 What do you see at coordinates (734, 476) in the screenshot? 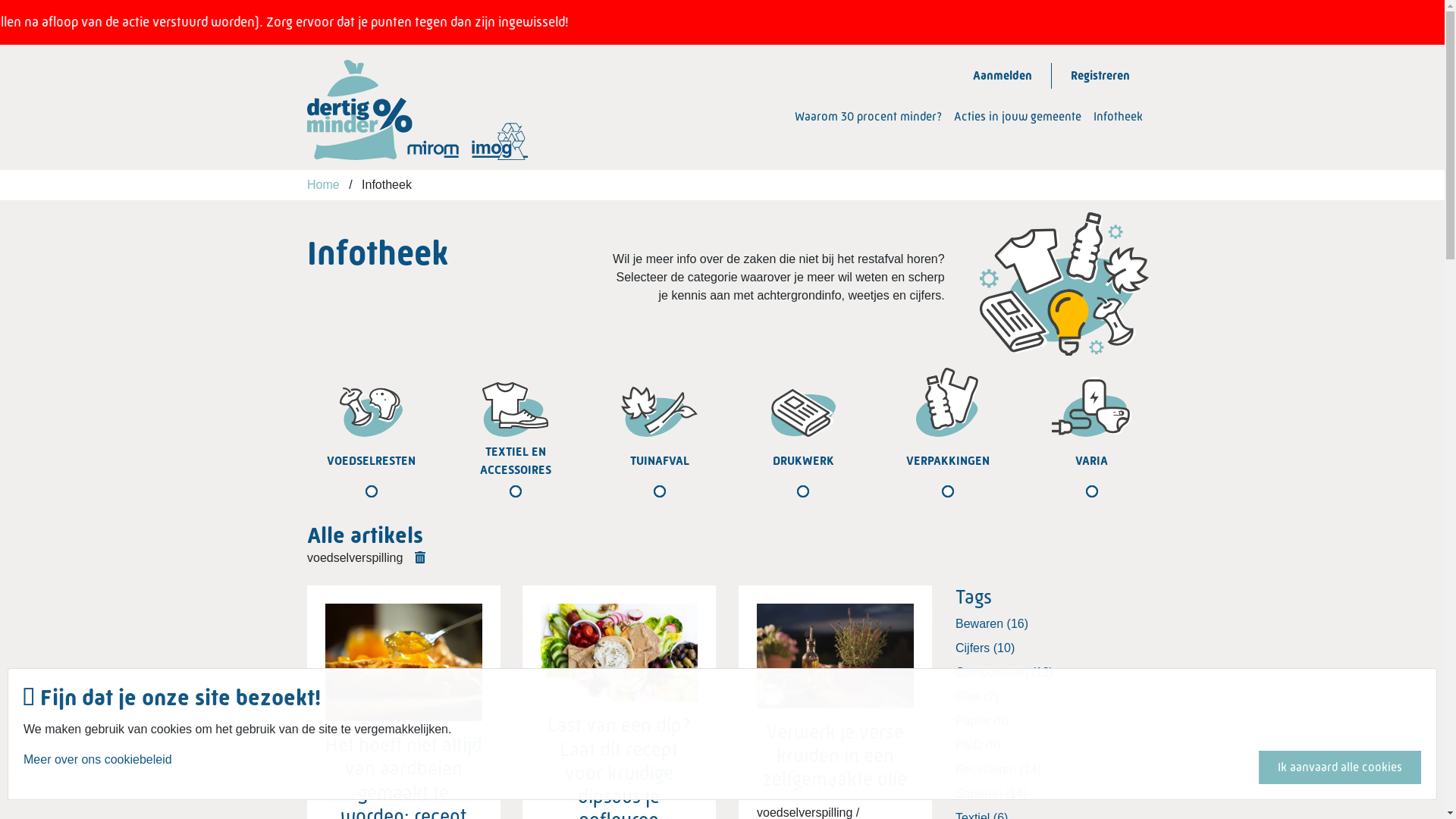
I see `'4'` at bounding box center [734, 476].